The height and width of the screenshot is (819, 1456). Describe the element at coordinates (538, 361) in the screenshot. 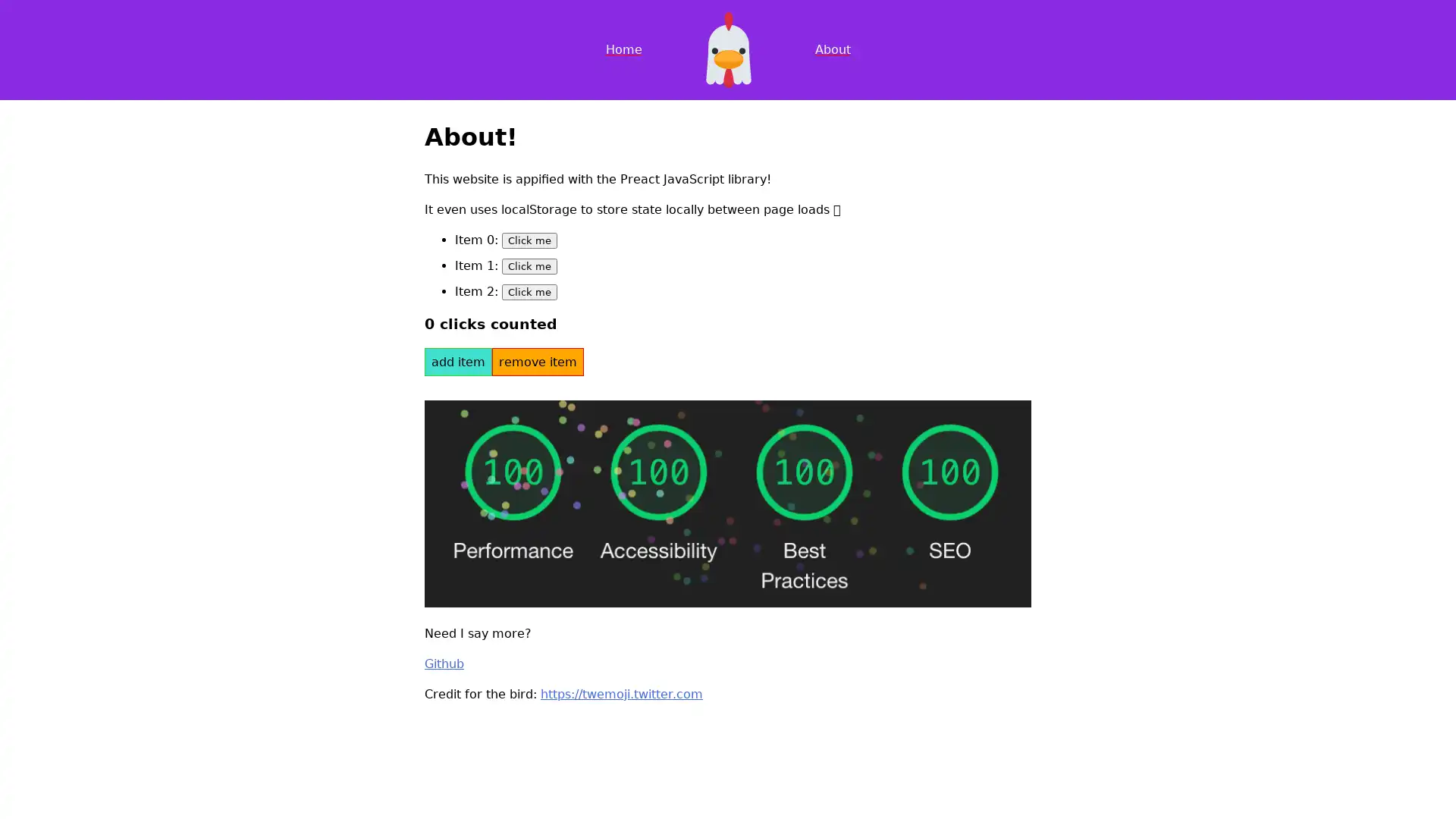

I see `remove item` at that location.